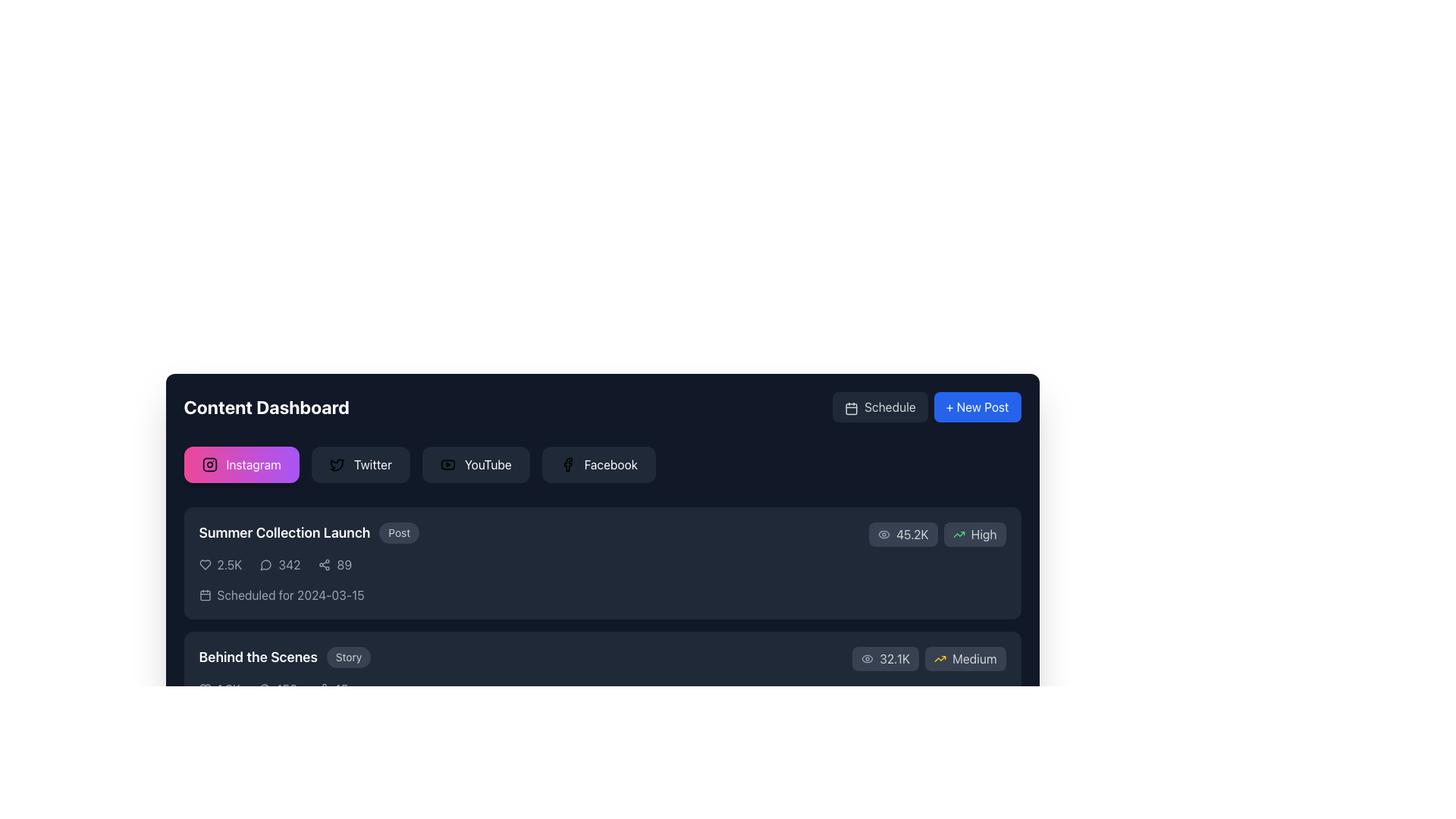  Describe the element at coordinates (324, 564) in the screenshot. I see `the social sharing icon, which is a triangular shape with three connected nodes, located between the comment count and the numeric text '89'` at that location.